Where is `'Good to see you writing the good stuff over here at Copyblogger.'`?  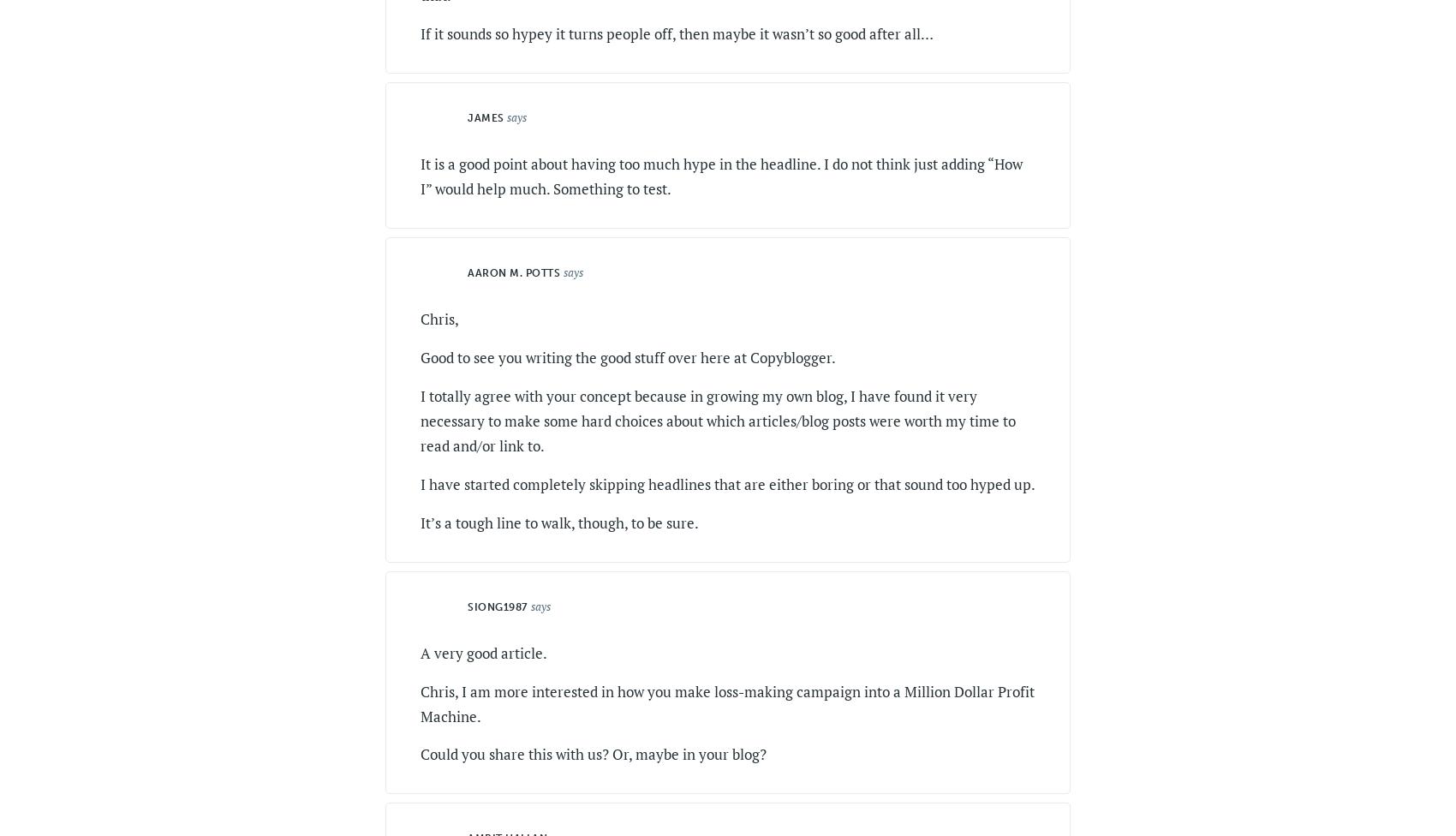
'Good to see you writing the good stuff over here at Copyblogger.' is located at coordinates (420, 356).